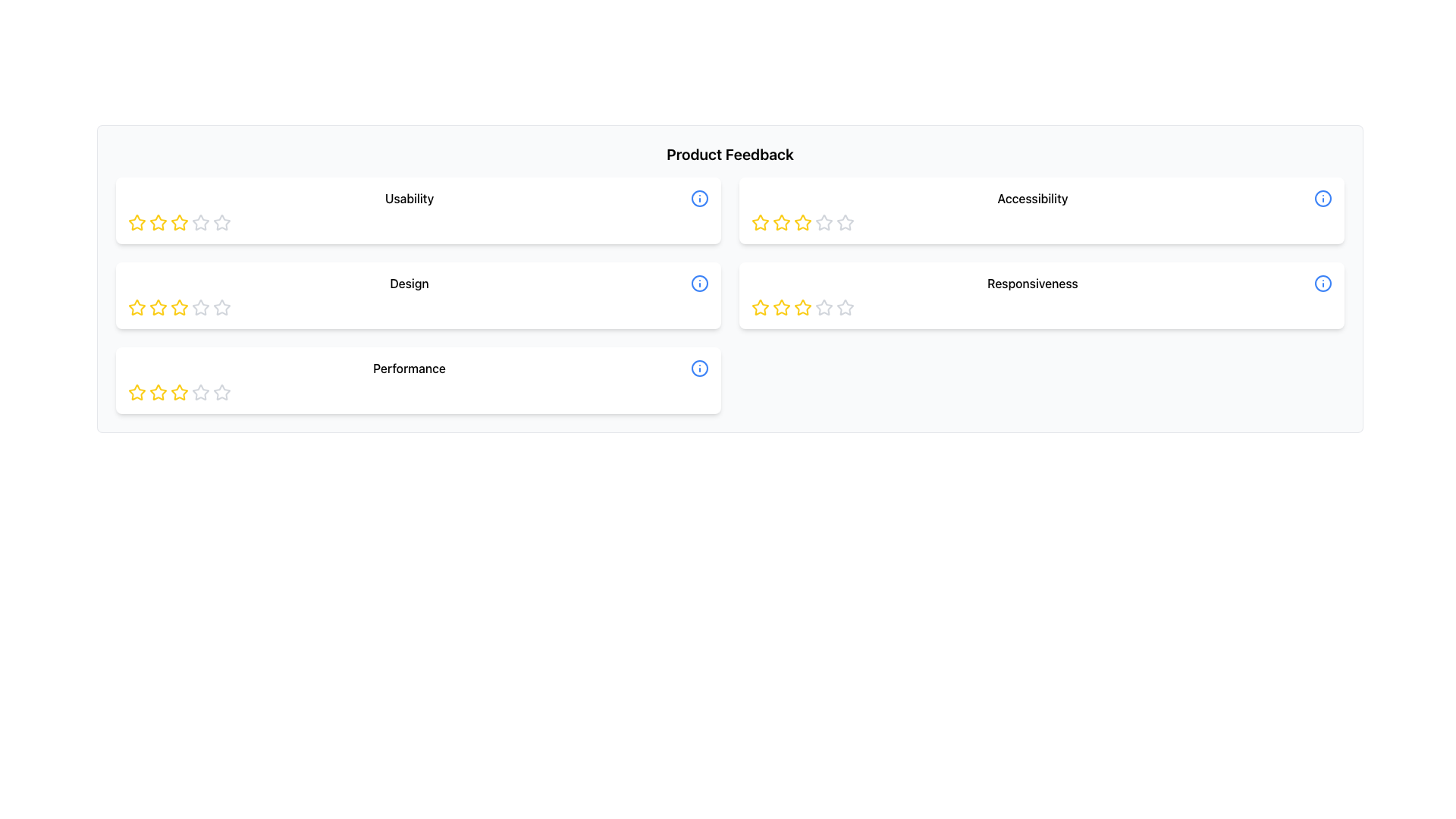 This screenshot has height=819, width=1456. What do you see at coordinates (179, 391) in the screenshot?
I see `the second yellow outlined star icon with a white fill in the rating system for the 'Performance' category, located in the bottom-left panel of the interface` at bounding box center [179, 391].